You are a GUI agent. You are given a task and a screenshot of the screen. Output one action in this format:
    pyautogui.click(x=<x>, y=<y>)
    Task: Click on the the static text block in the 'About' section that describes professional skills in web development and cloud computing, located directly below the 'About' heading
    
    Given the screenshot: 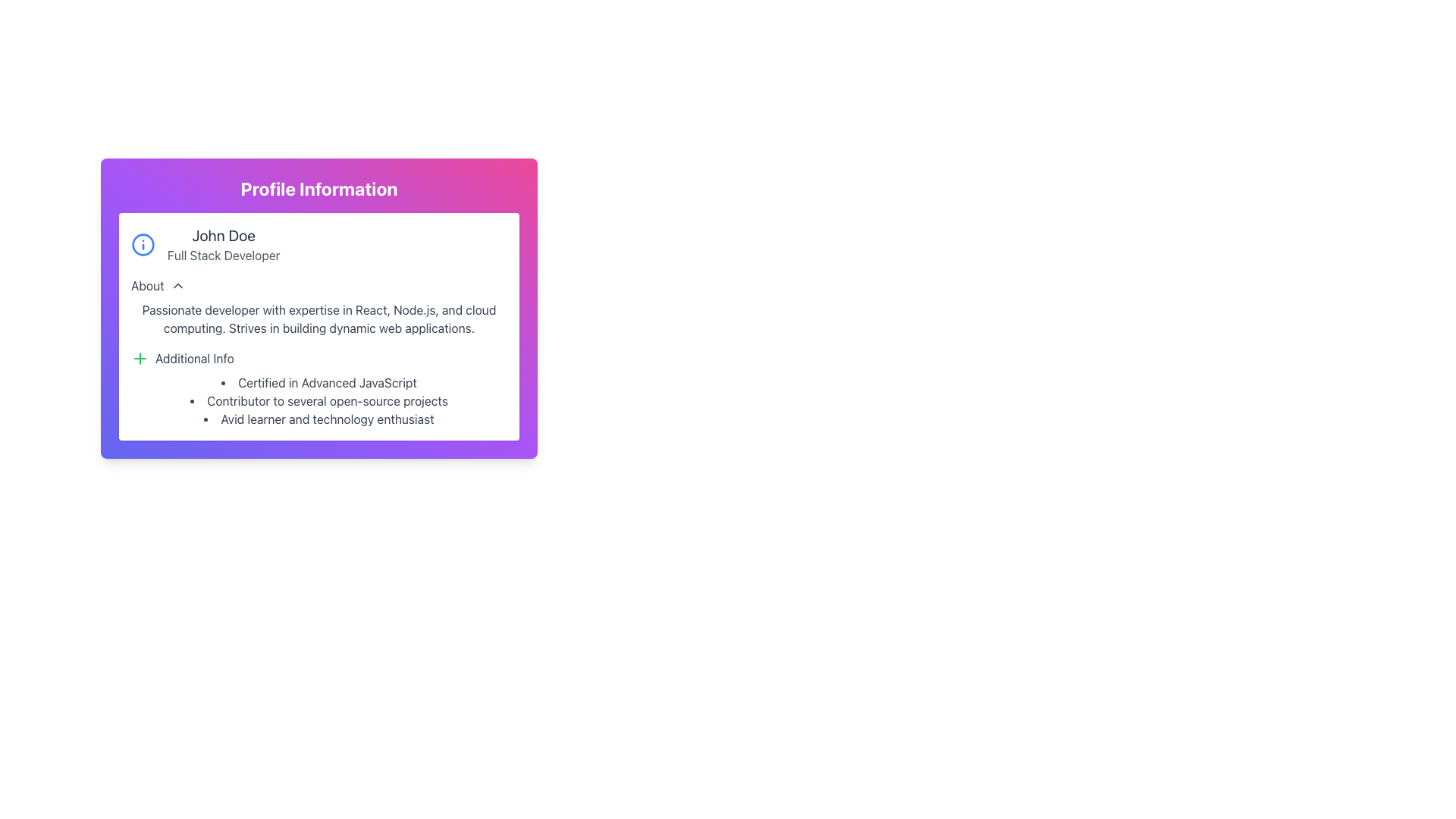 What is the action you would take?
    pyautogui.click(x=318, y=318)
    